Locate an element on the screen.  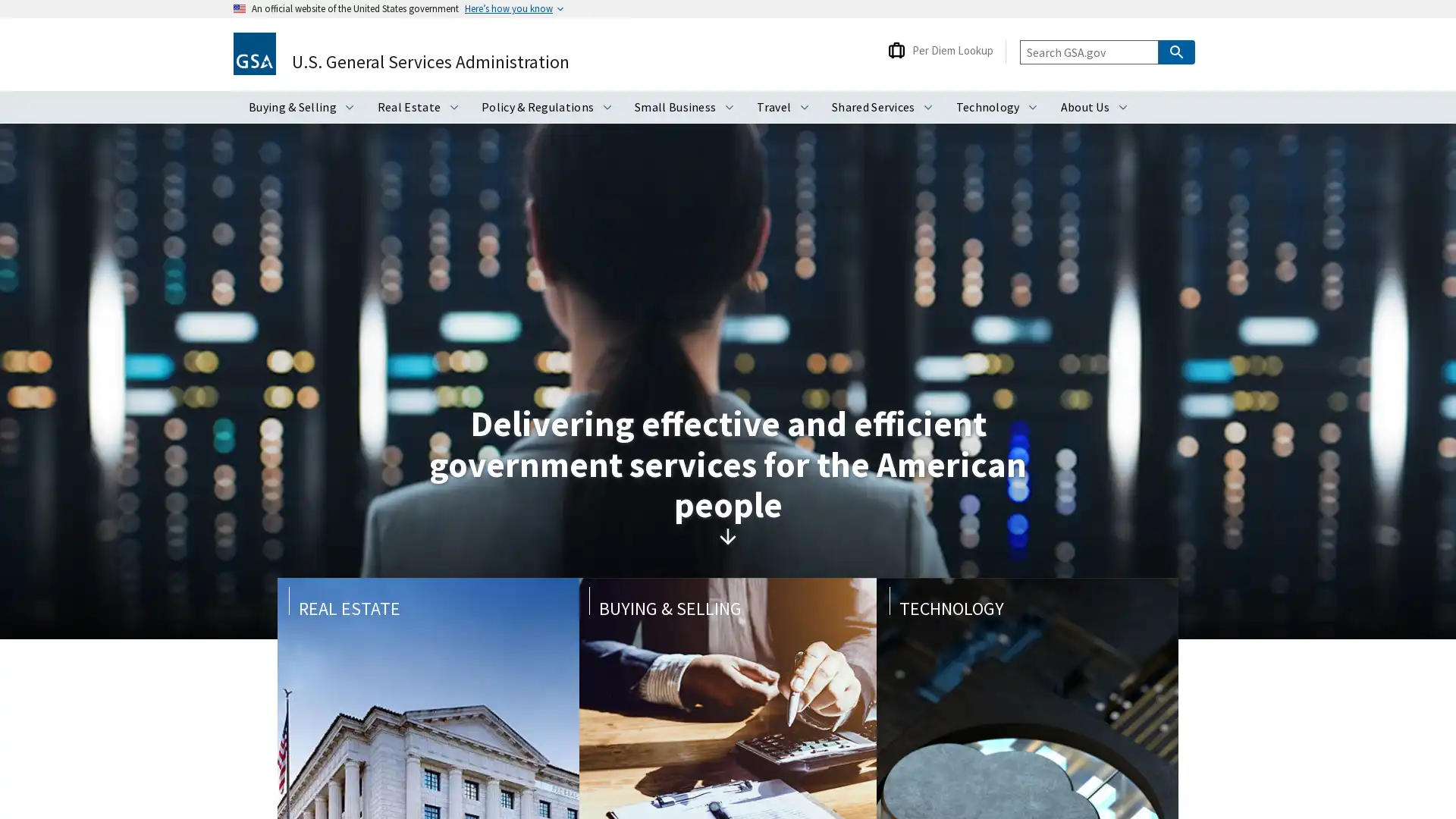
Search is located at coordinates (1175, 52).